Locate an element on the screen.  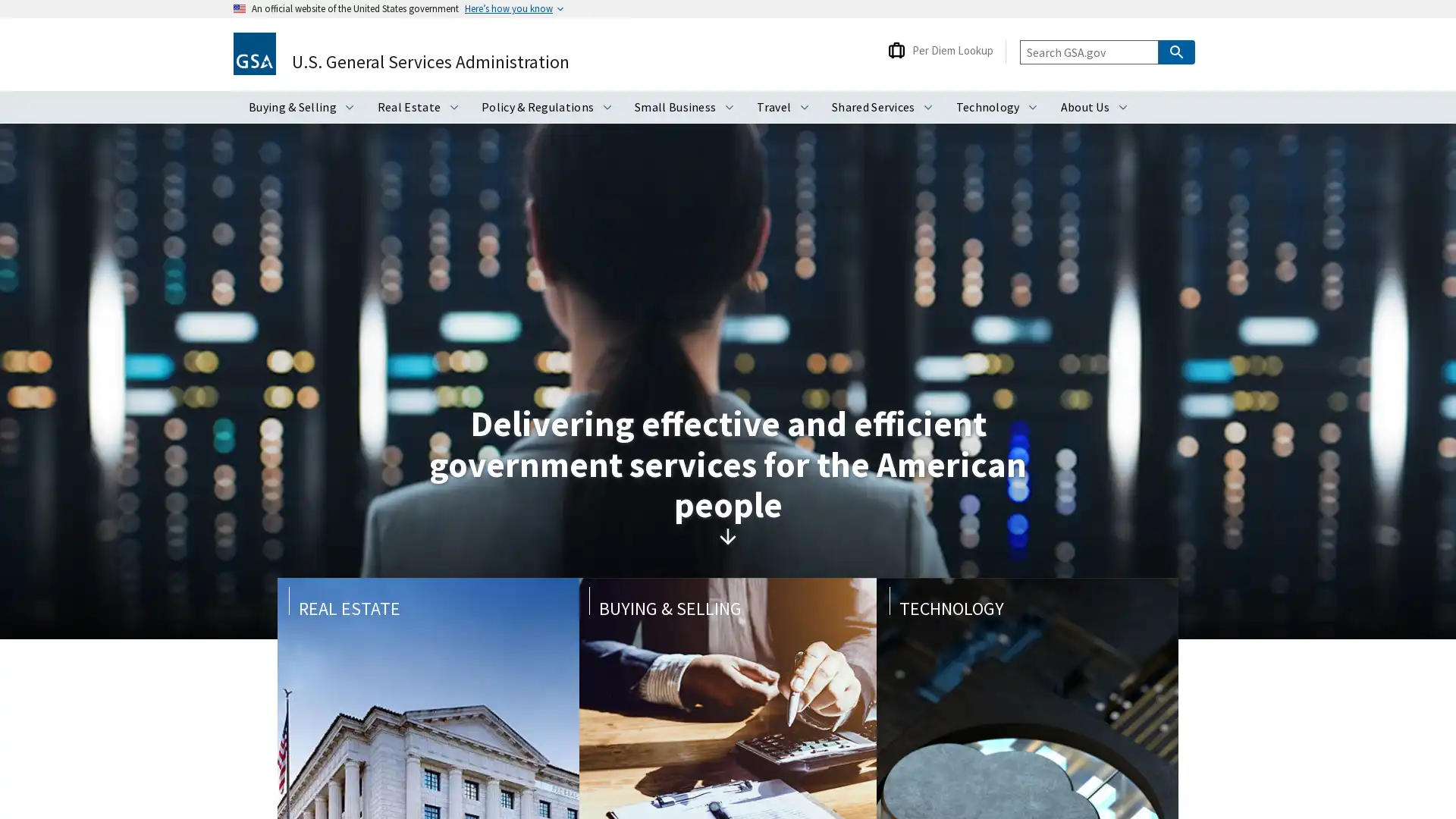
Search is located at coordinates (1175, 52).